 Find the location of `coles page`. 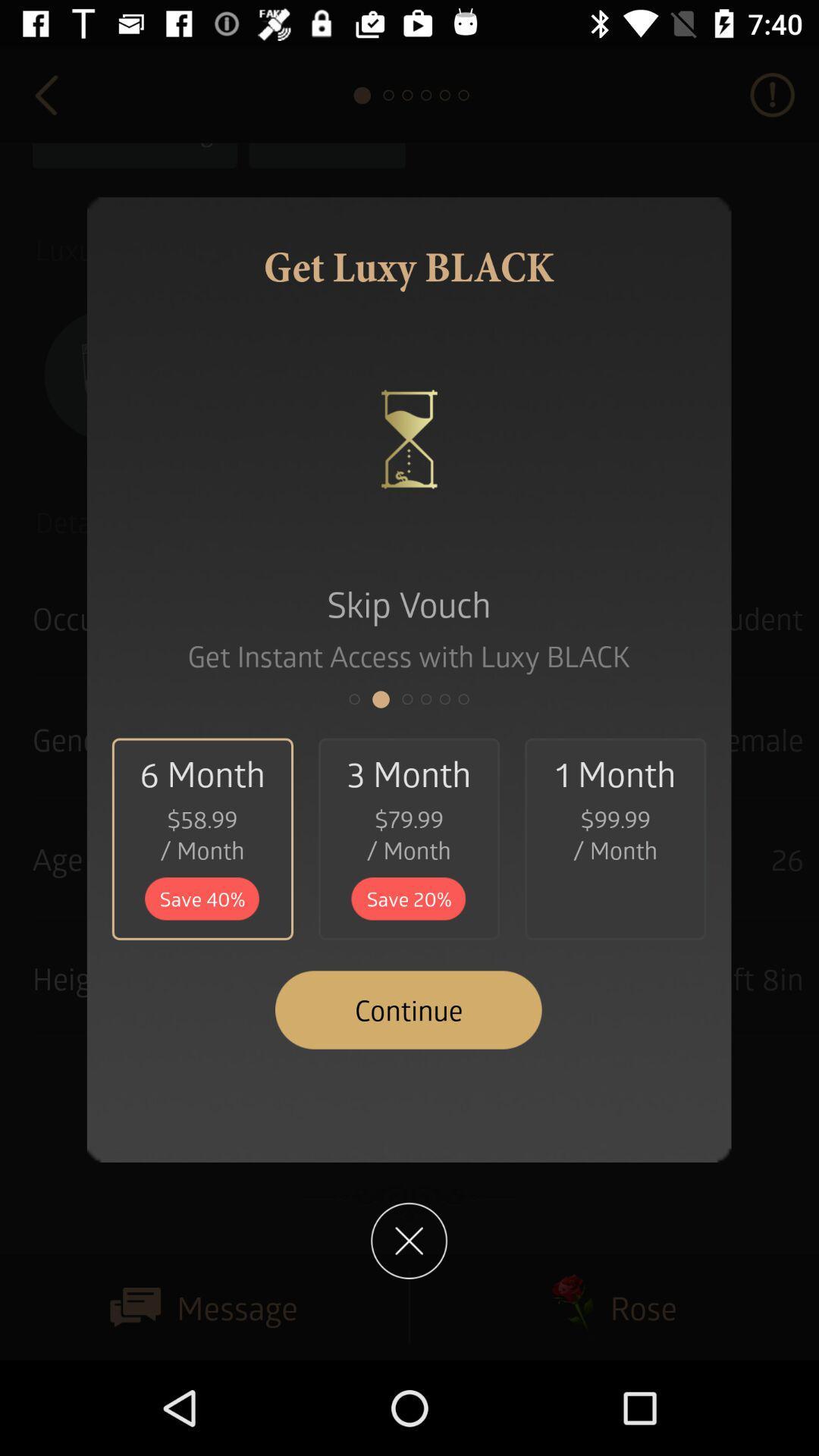

coles page is located at coordinates (408, 1241).